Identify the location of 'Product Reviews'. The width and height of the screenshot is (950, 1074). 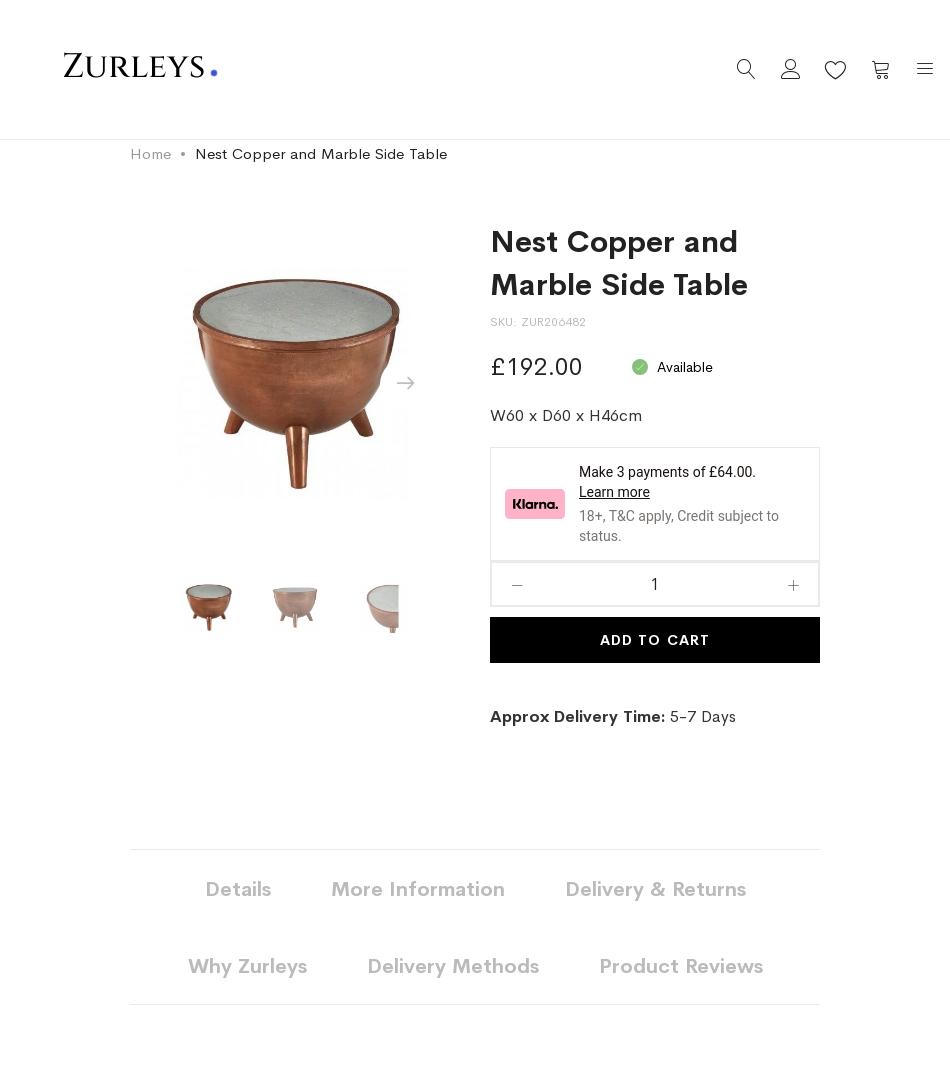
(680, 966).